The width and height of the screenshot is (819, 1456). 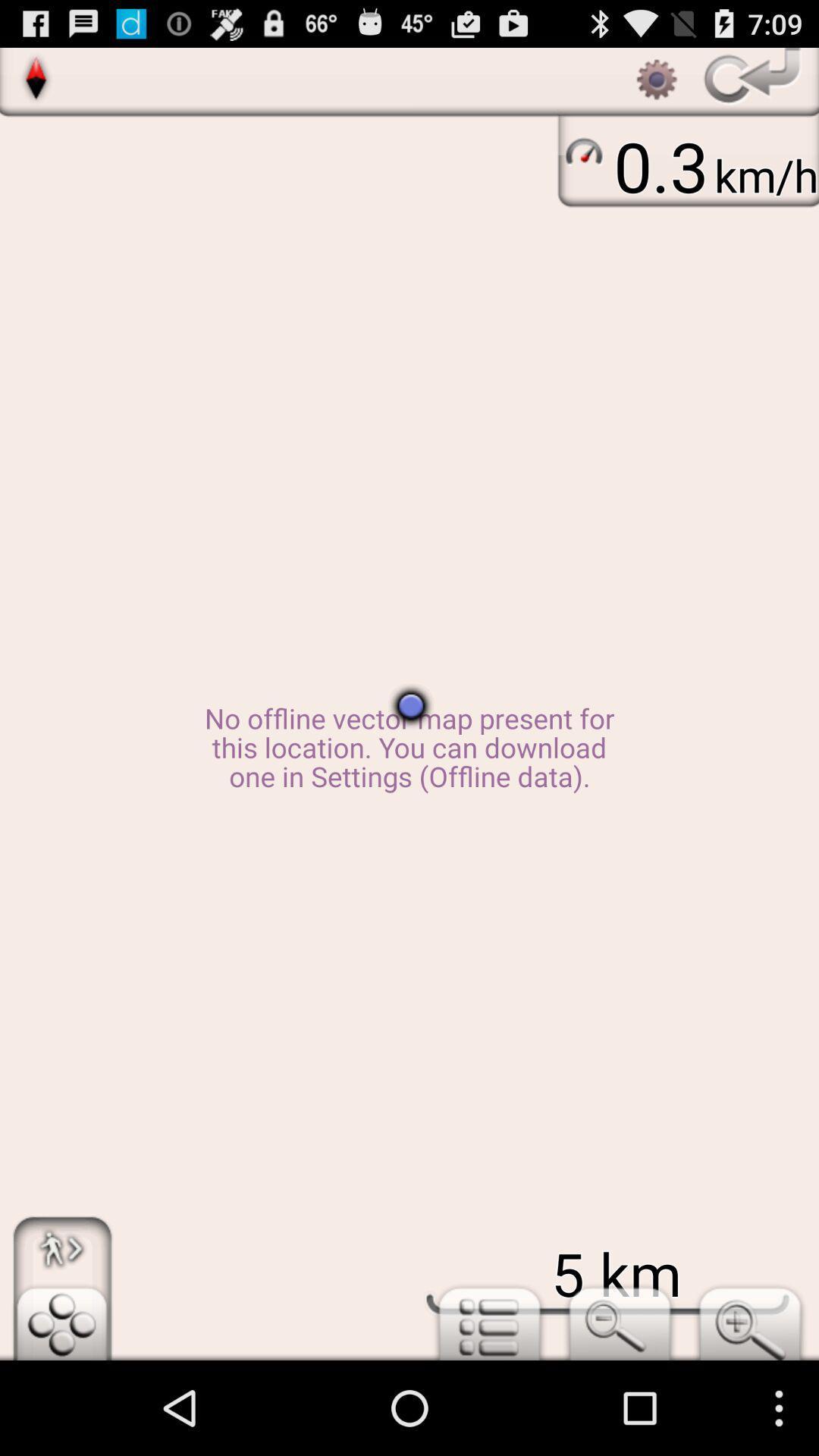 I want to click on the settings icon, so click(x=654, y=84).